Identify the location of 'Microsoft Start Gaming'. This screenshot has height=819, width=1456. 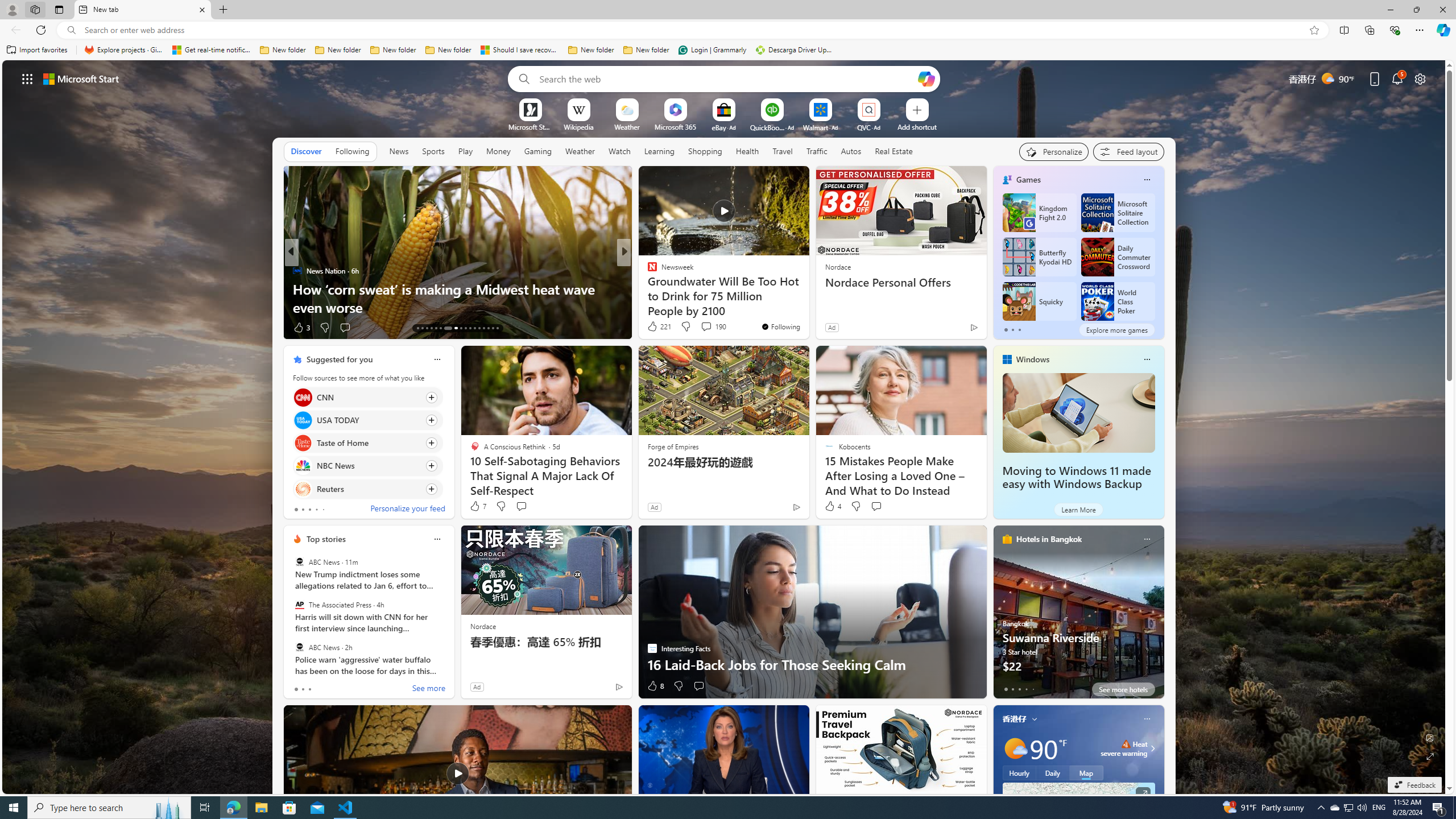
(529, 126).